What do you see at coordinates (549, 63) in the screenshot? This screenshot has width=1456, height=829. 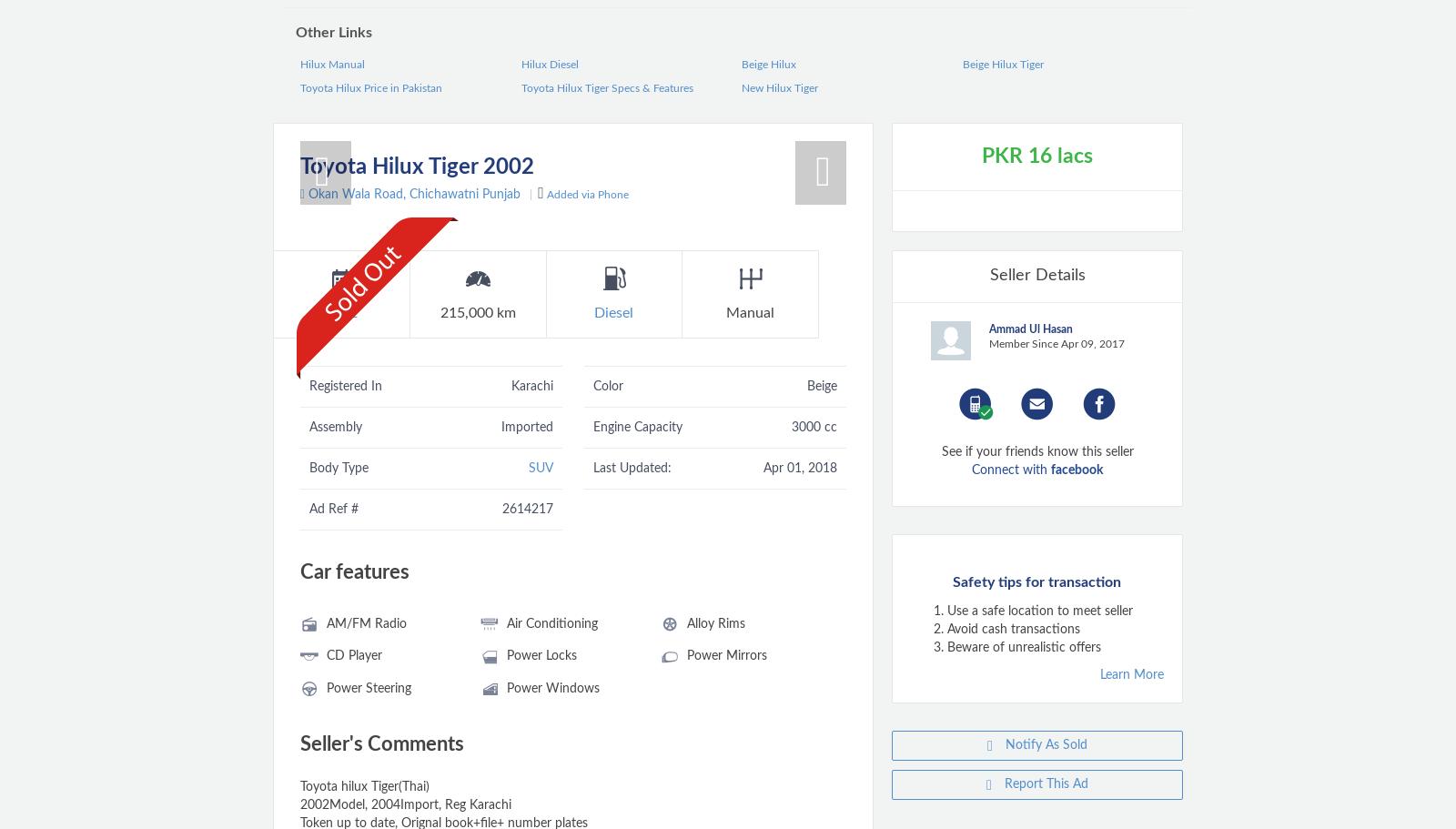 I see `'Hilux Diesel'` at bounding box center [549, 63].